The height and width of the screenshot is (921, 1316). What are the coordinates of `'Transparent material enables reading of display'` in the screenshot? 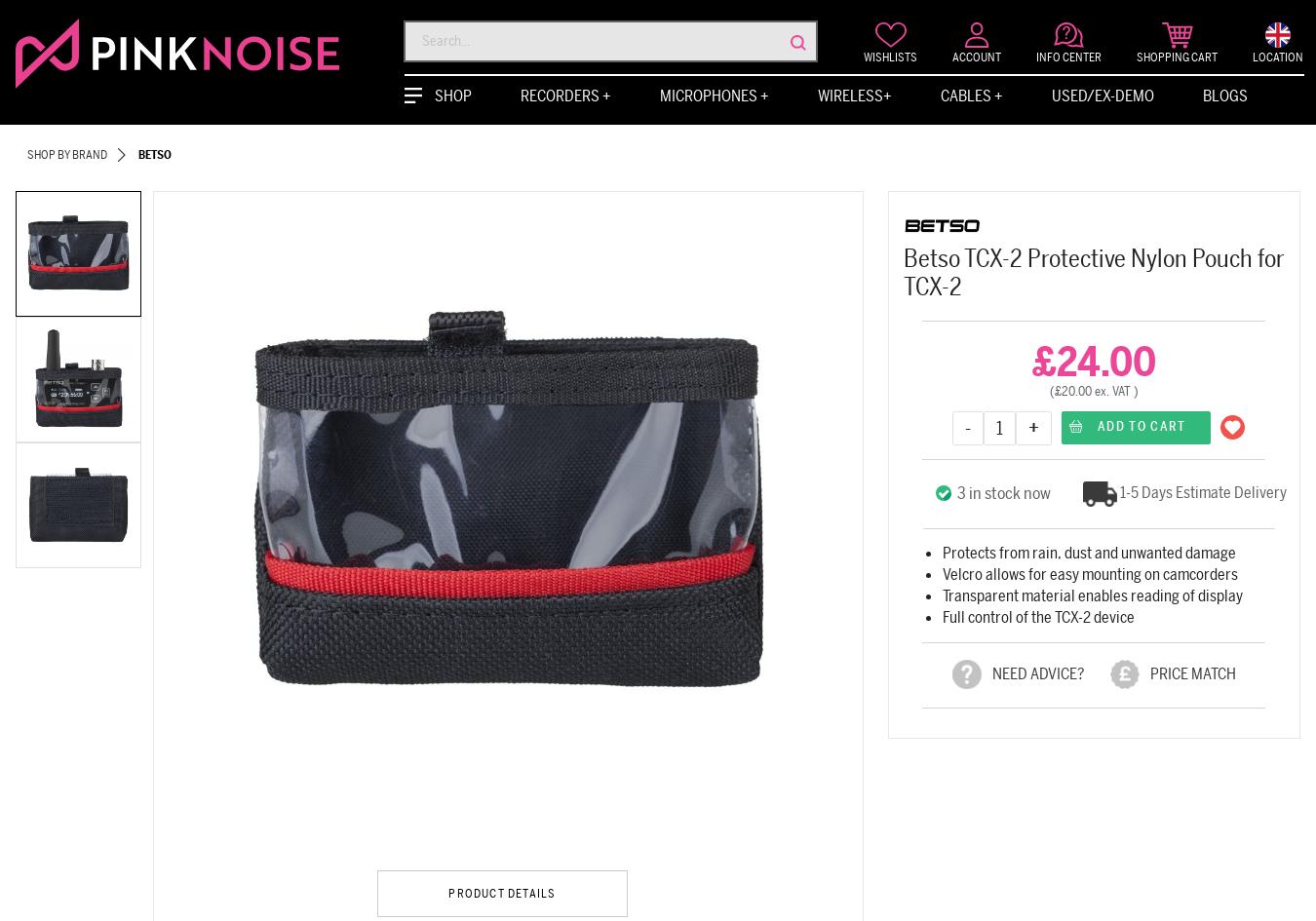 It's located at (1091, 595).